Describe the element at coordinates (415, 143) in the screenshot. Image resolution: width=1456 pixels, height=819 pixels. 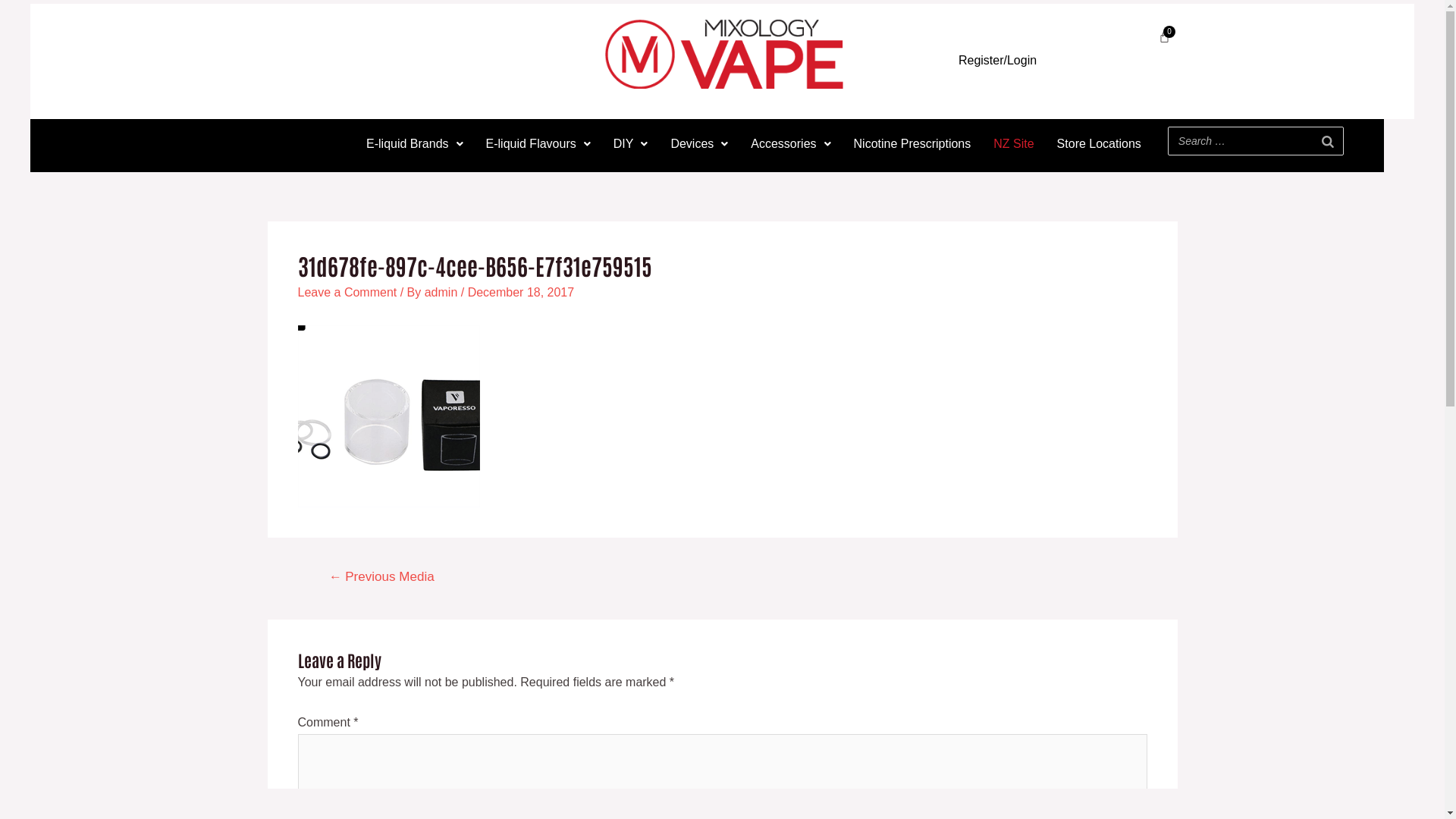
I see `'E-liquid Brands'` at that location.